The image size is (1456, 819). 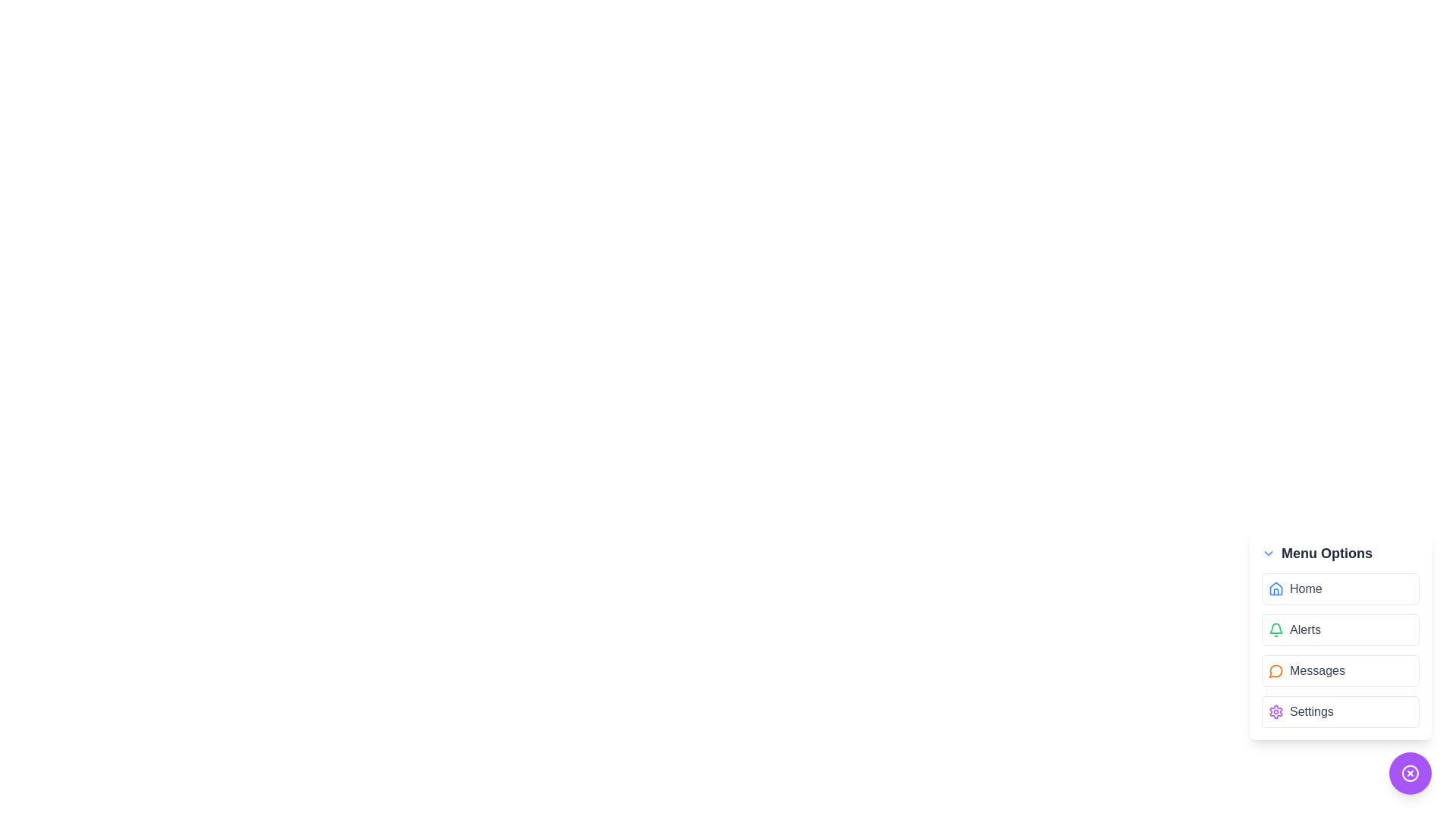 I want to click on the 'Menu Options' title, so click(x=1340, y=553).